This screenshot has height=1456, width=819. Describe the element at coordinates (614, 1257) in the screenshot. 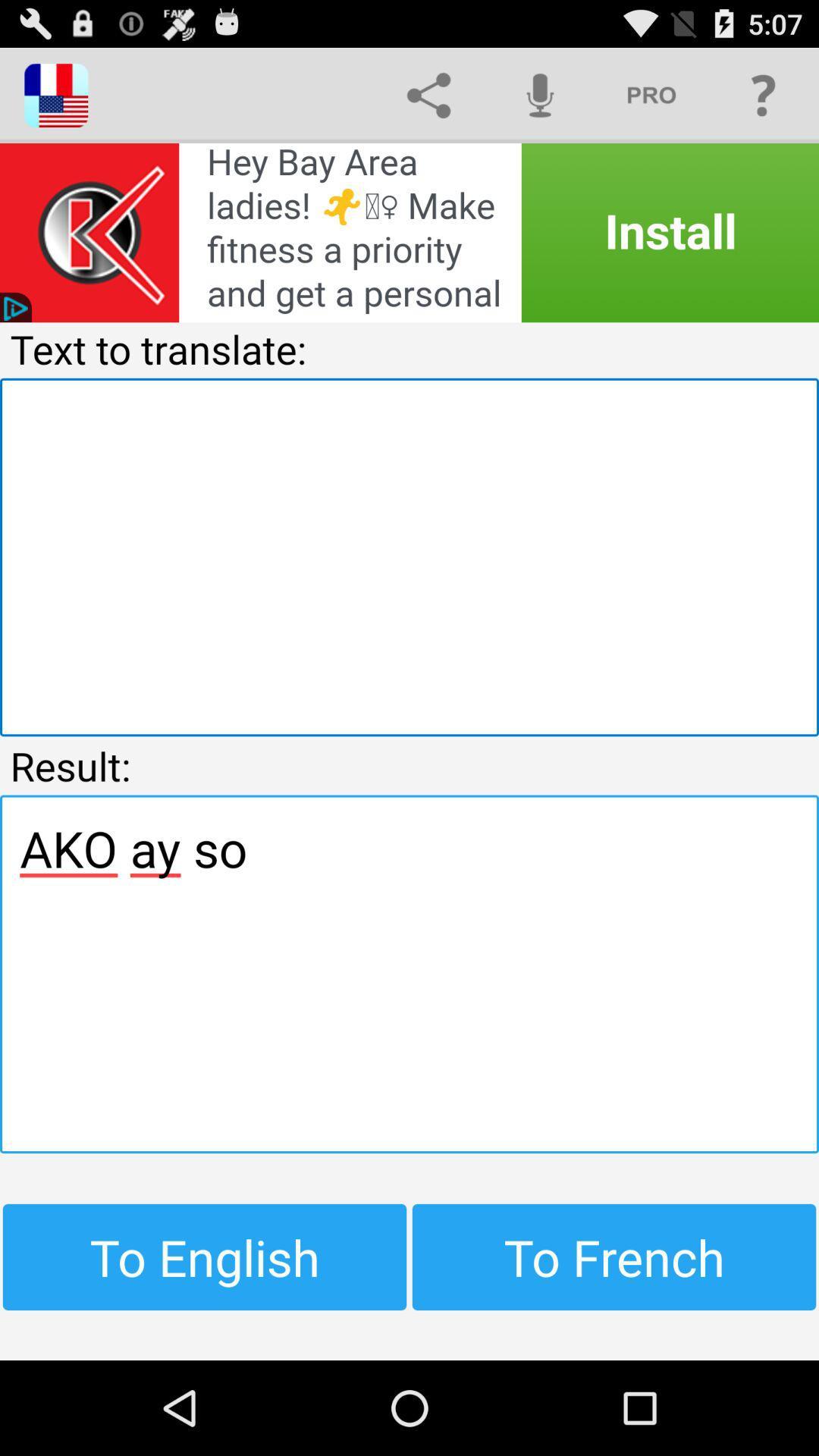

I see `the item at the bottom right corner` at that location.